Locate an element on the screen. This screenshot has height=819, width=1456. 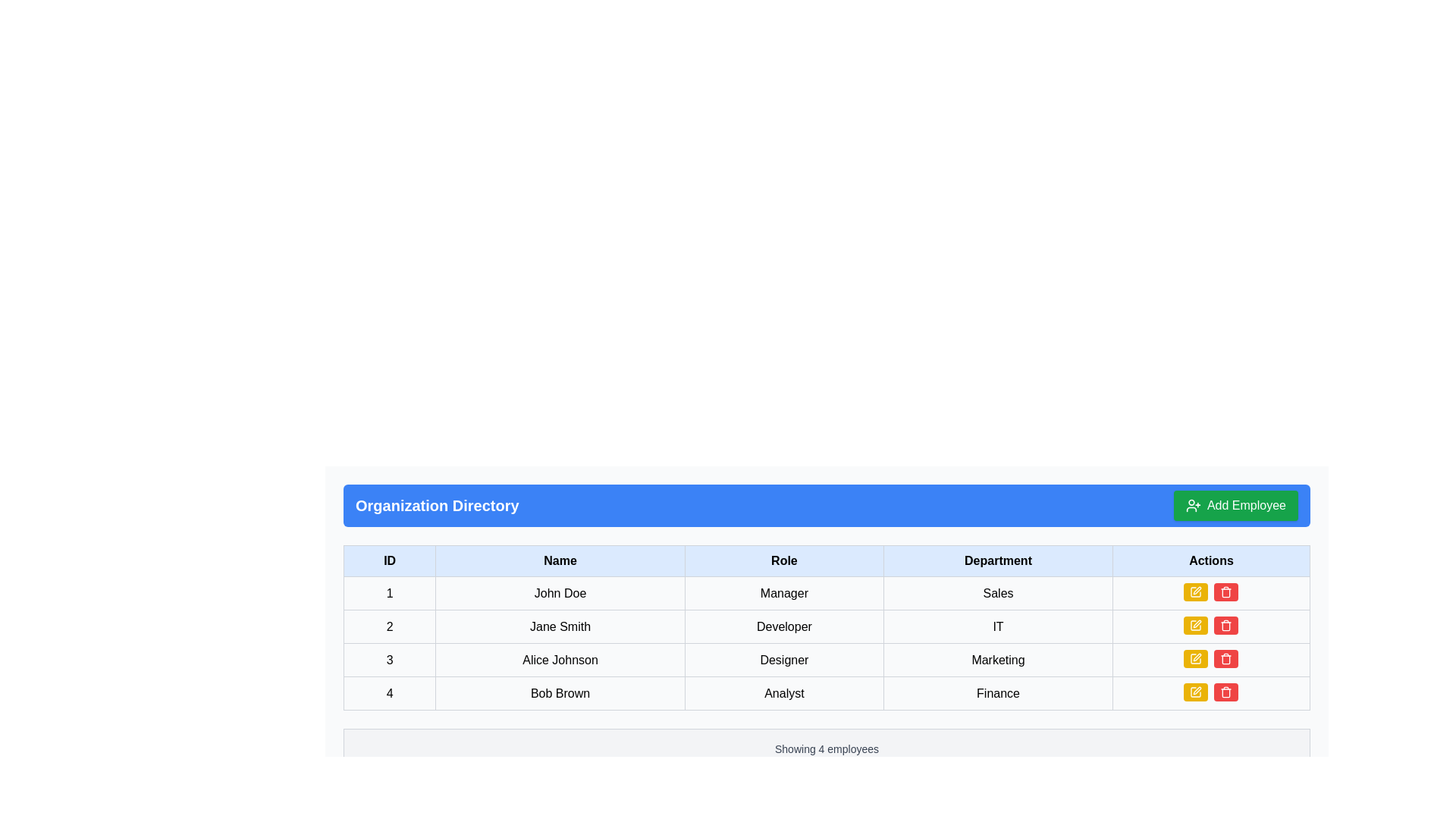
the red delete button with a trash bin icon located in the last column of the fourth row under the 'Actions' header is located at coordinates (1226, 692).